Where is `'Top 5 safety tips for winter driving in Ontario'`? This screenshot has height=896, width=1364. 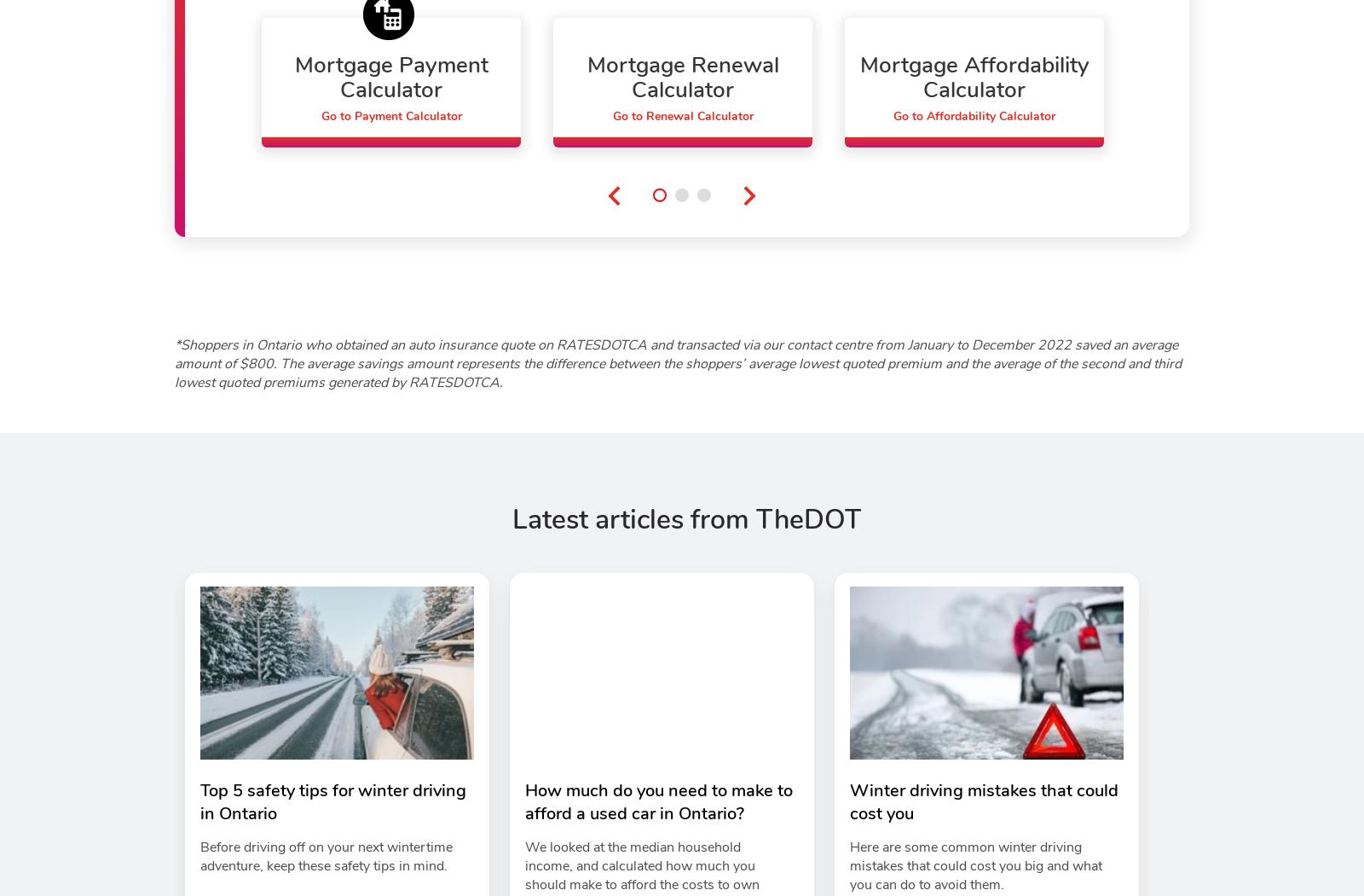 'Top 5 safety tips for winter driving in Ontario' is located at coordinates (333, 801).